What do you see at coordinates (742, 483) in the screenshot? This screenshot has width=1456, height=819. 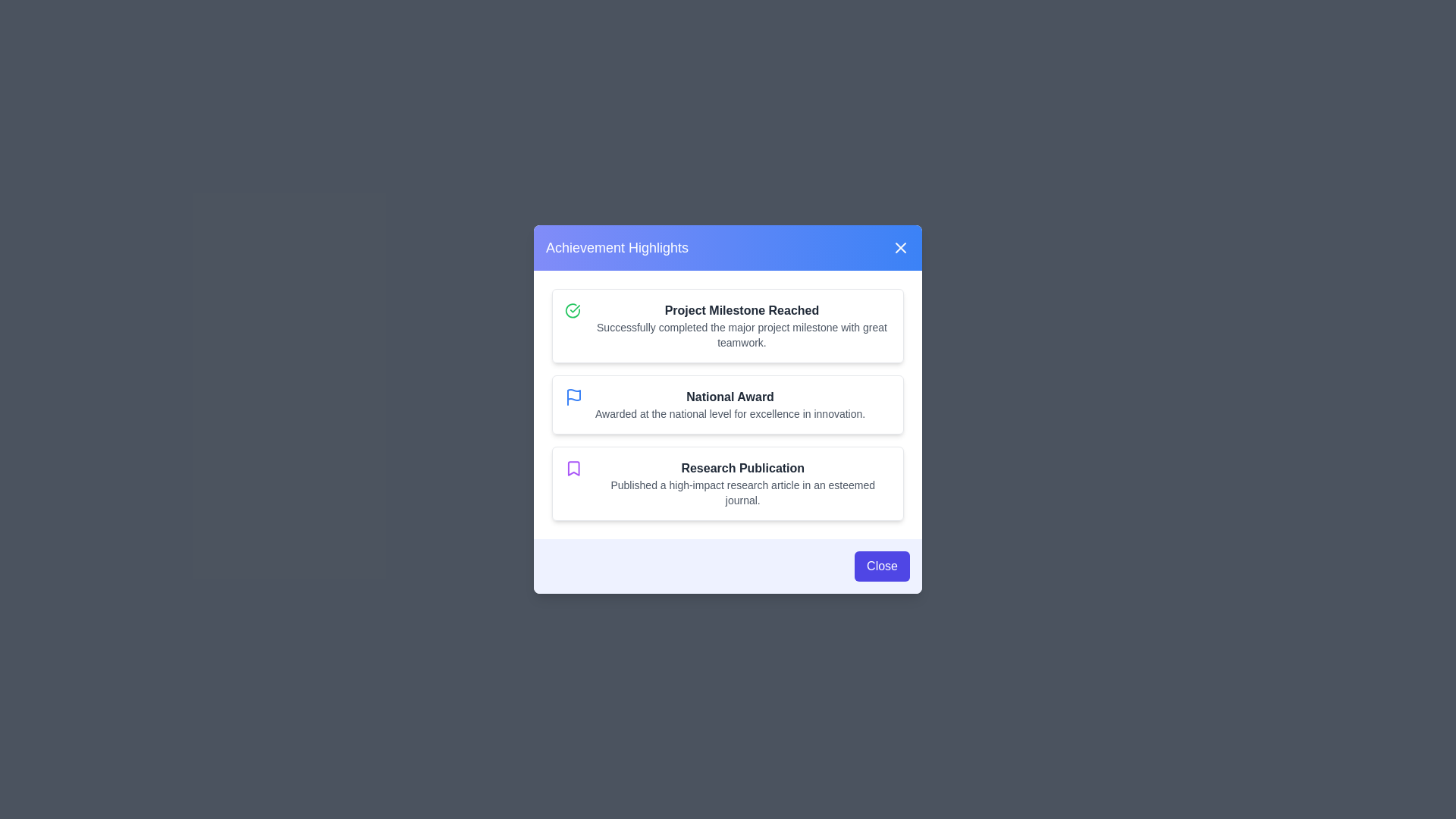 I see `information presented in the informational text block titled 'Research Publication' located in the 'Achievement Highlights' modal, which describes a published high-impact research article` at bounding box center [742, 483].